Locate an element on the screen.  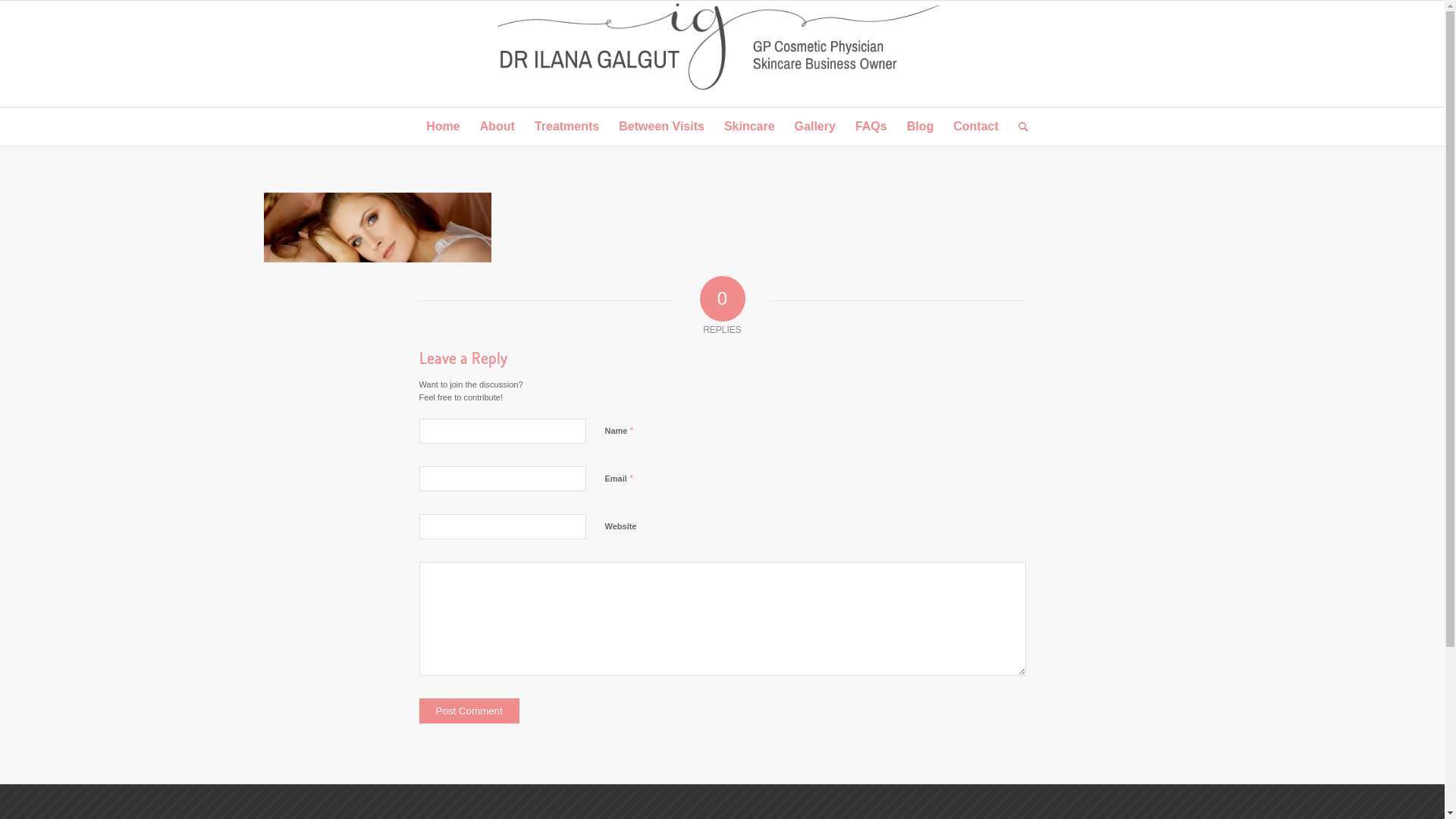
'Contact' is located at coordinates (975, 125).